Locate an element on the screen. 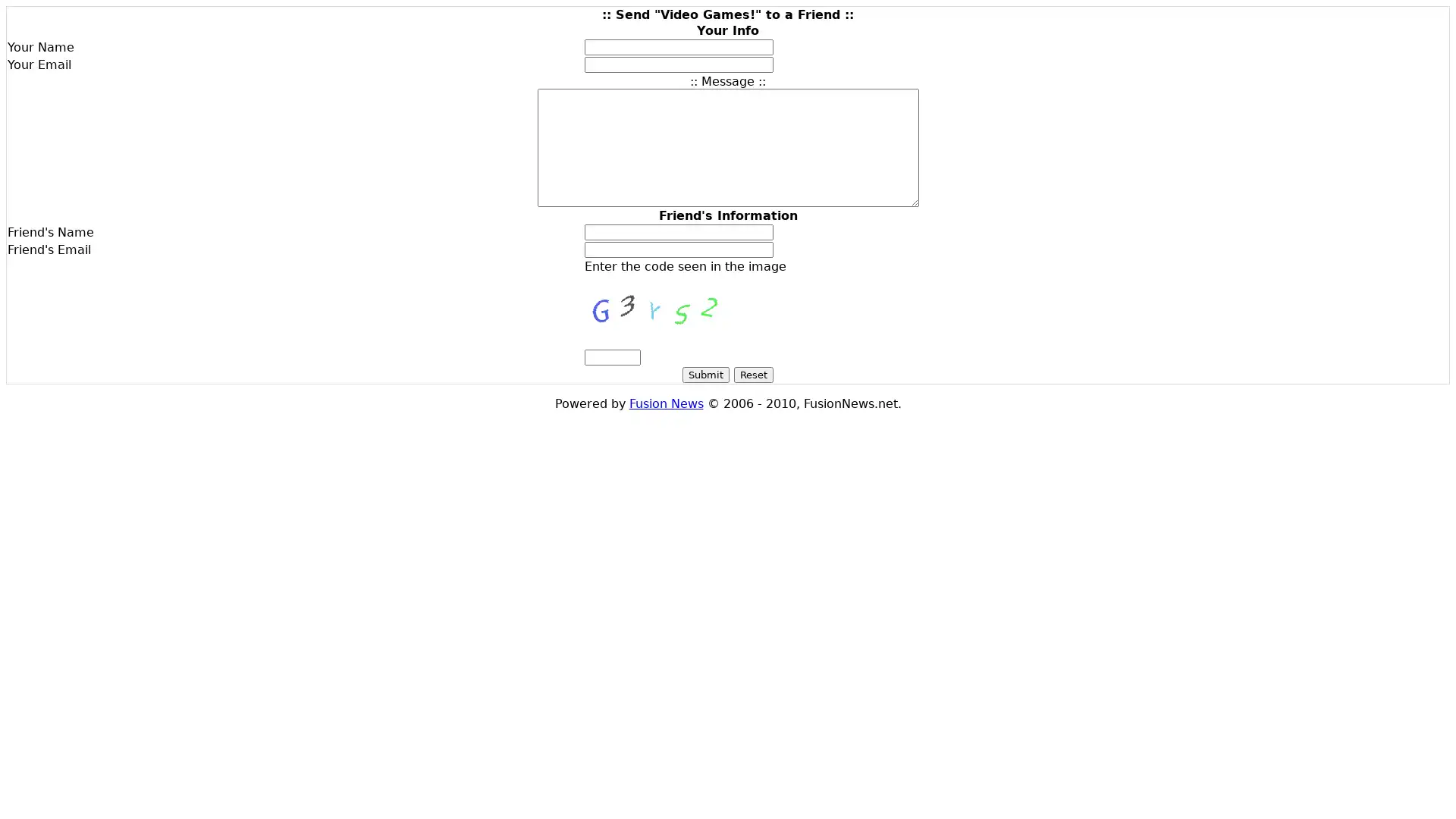 This screenshot has height=819, width=1456. Submit is located at coordinates (705, 375).